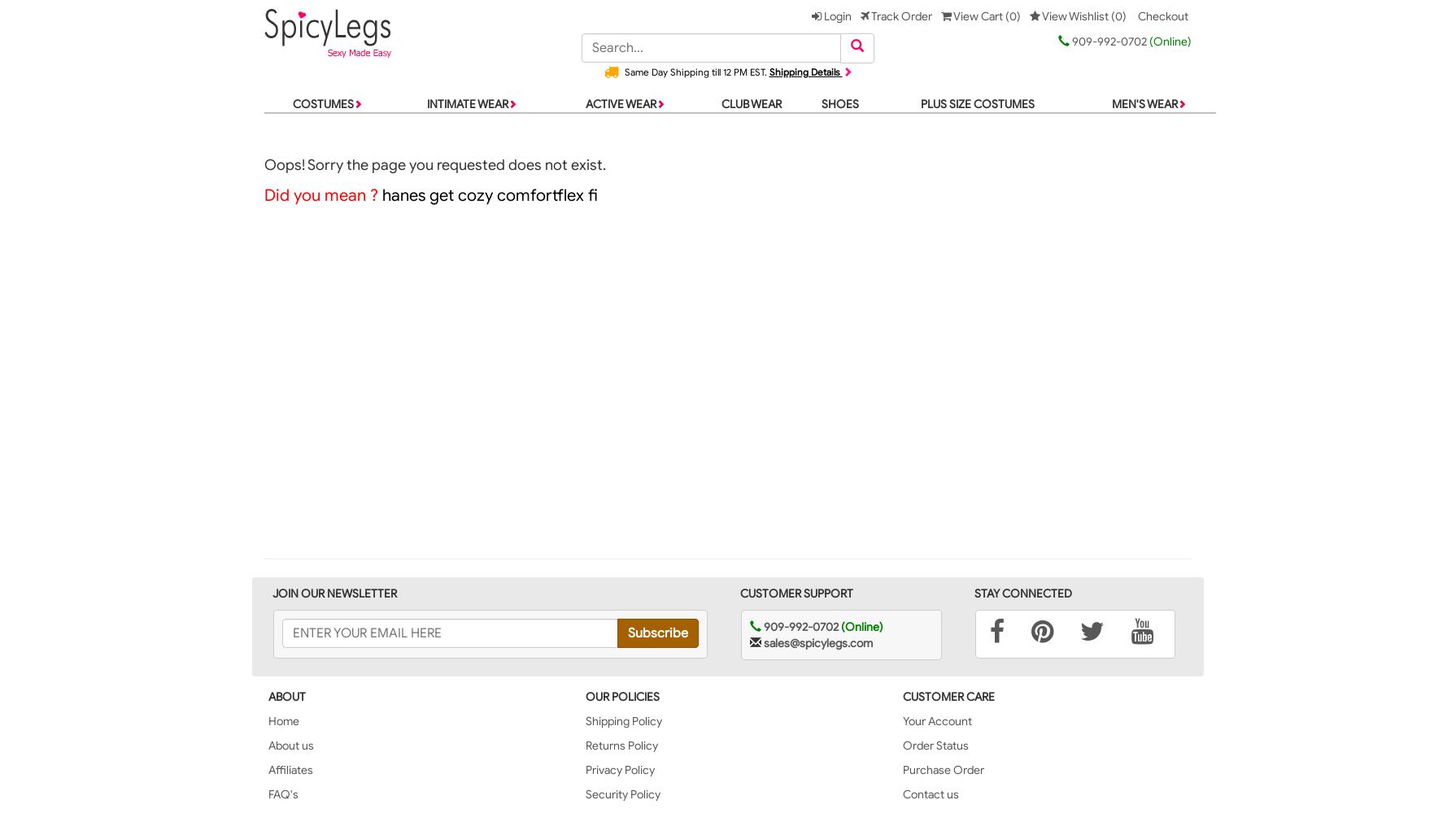  What do you see at coordinates (839, 103) in the screenshot?
I see `'SHOES'` at bounding box center [839, 103].